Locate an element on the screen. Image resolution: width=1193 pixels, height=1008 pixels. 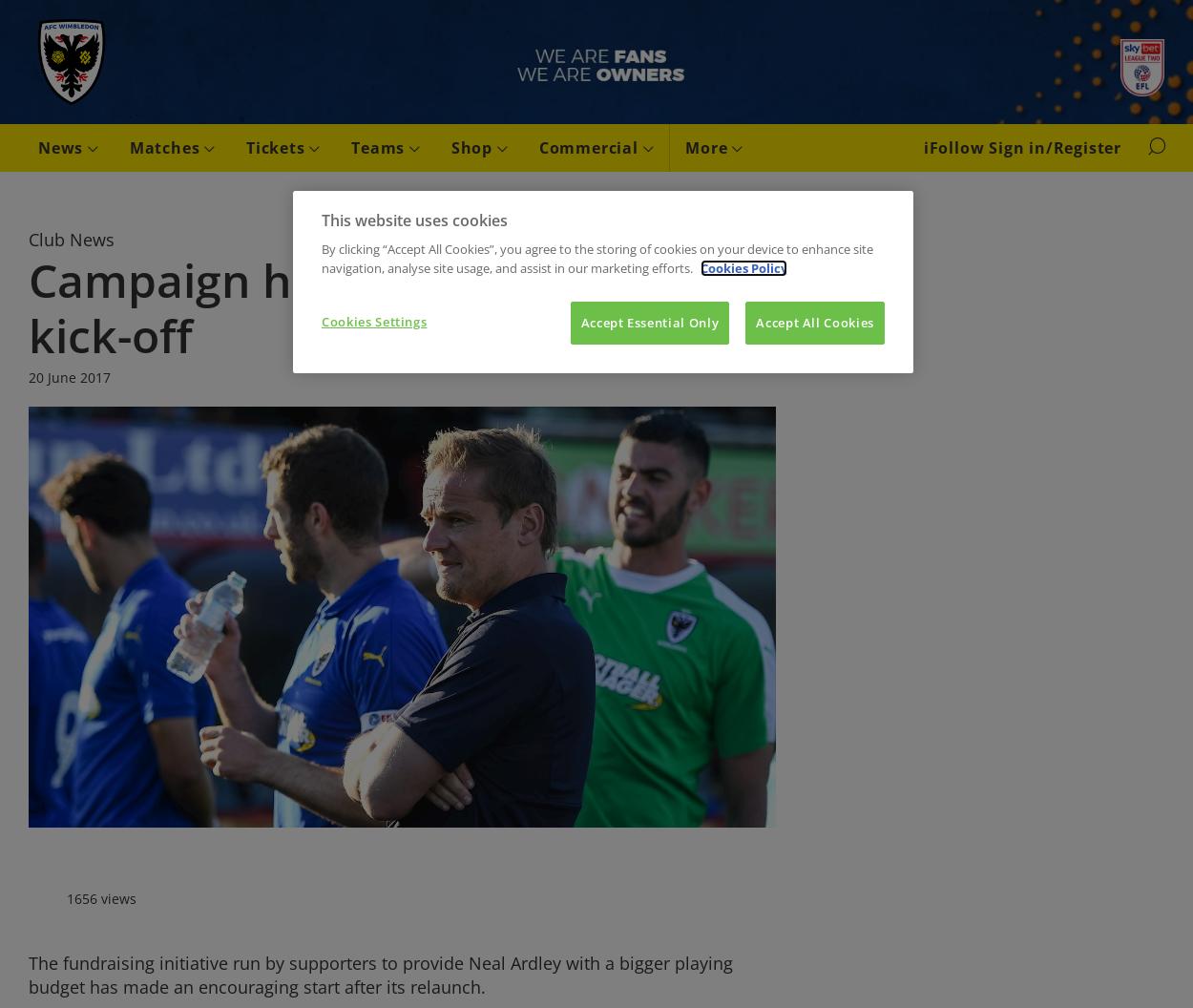
'iFollow Sign in/Register' is located at coordinates (1021, 148).